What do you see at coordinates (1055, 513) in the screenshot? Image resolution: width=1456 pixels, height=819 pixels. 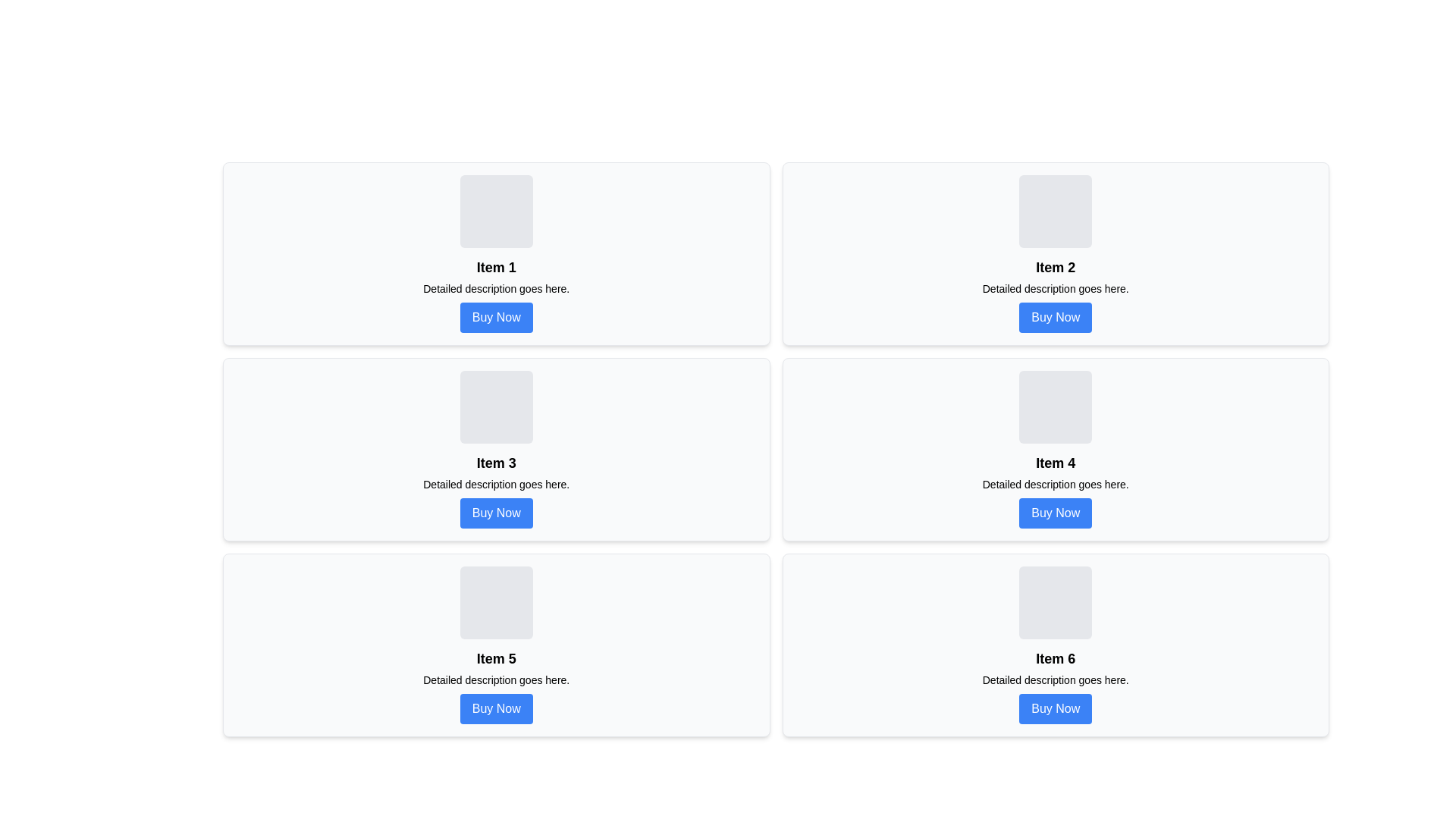 I see `the call-to-action button for 'Item 4'` at bounding box center [1055, 513].